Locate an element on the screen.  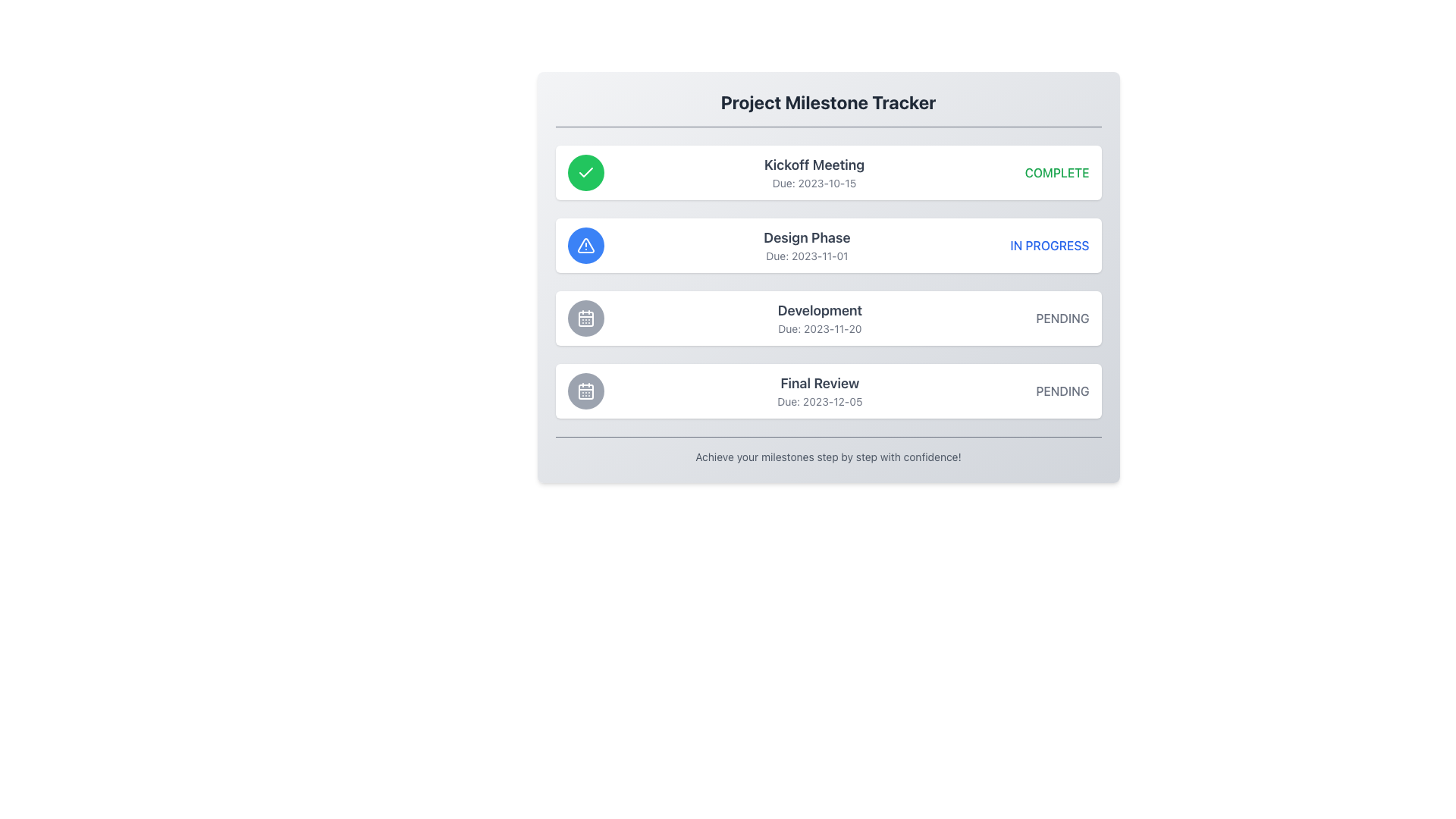
the circular blue alert button with a white outlined triangle and exclamation mark is located at coordinates (585, 245).